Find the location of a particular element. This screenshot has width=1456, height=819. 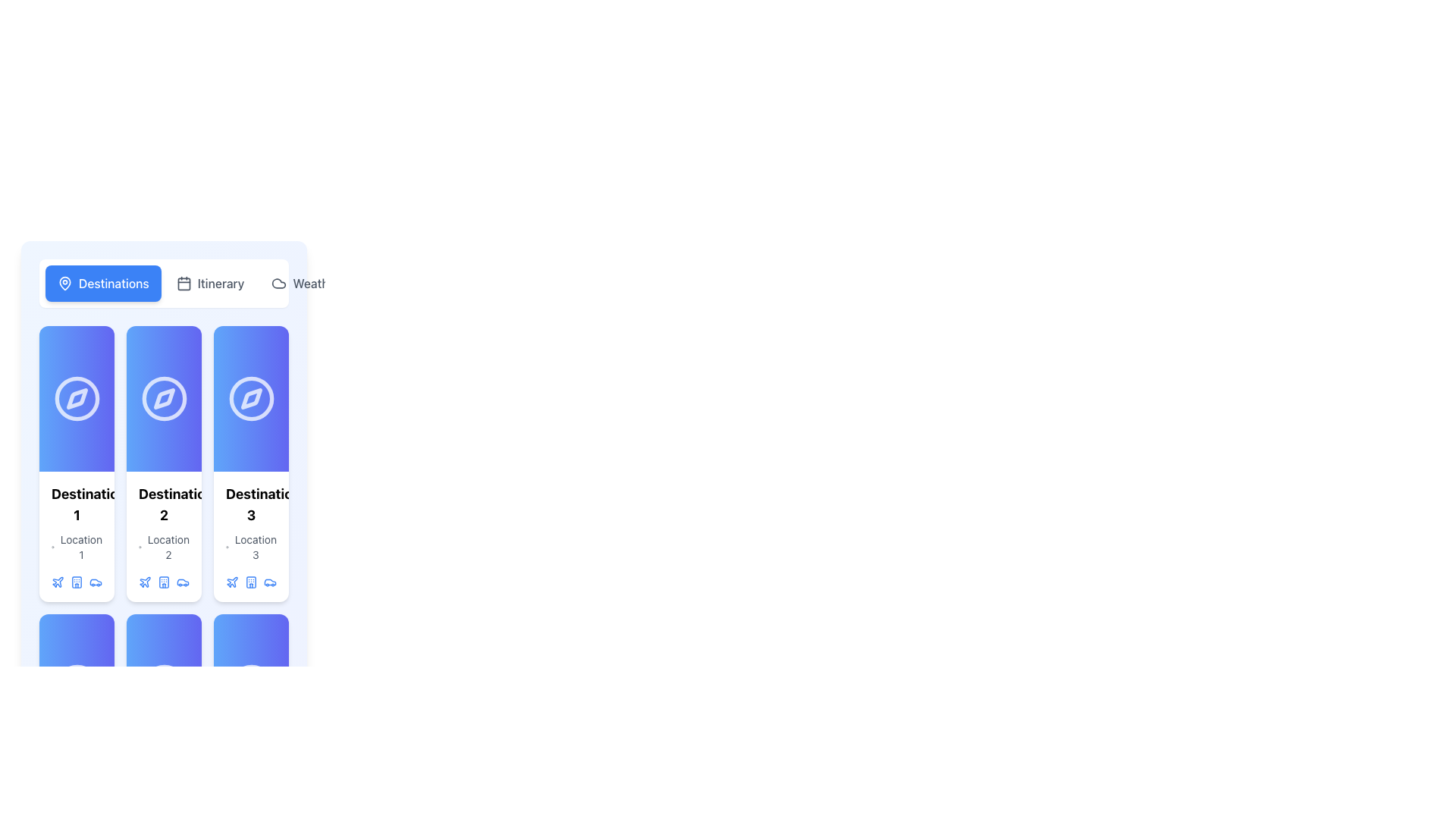

the icon associated with 'Location 2' in the second card under the 'Destinations' section is located at coordinates (140, 547).